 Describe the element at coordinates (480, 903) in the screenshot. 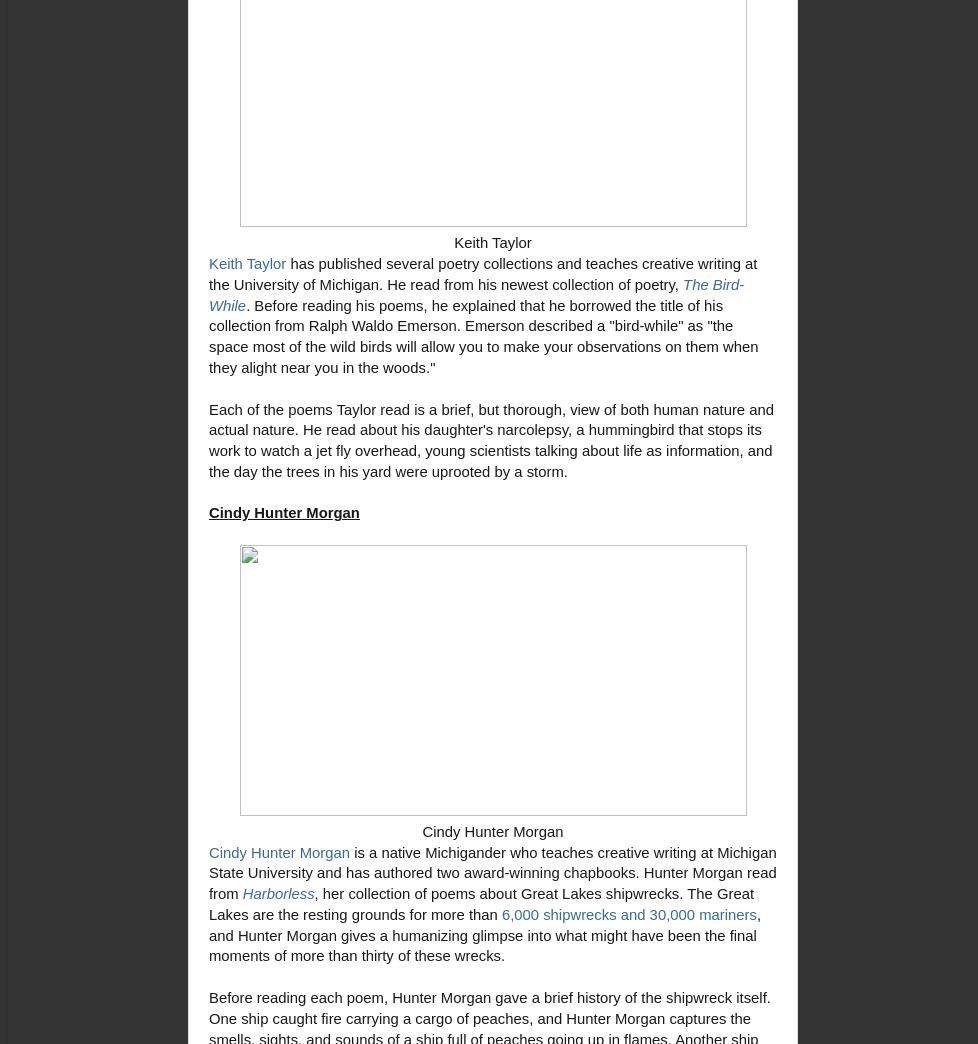

I see `', her collection of poems about Great Lakes shipwrecks. The Great Lakes are the resting grounds for more than'` at that location.